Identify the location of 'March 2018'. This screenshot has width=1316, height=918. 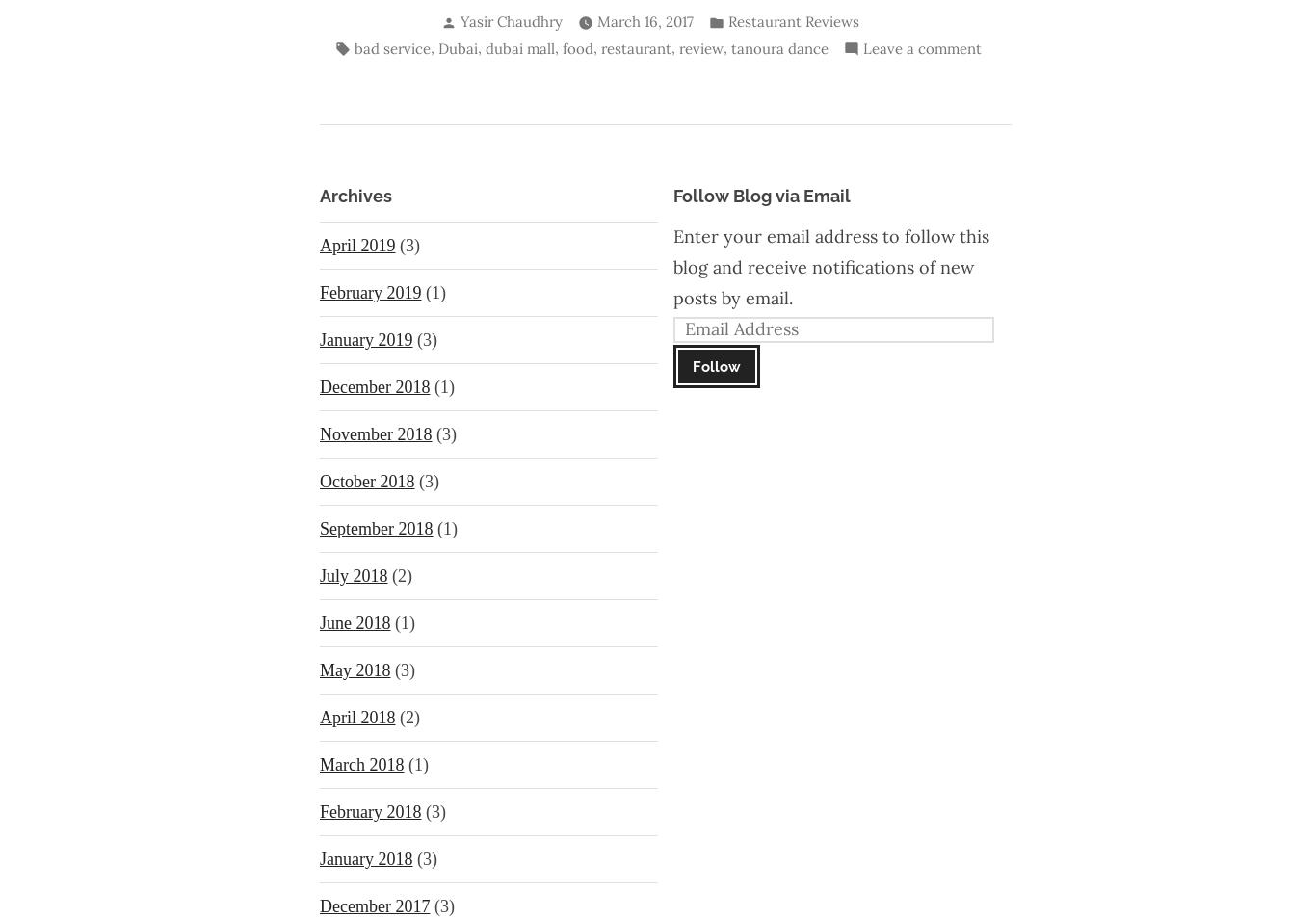
(360, 765).